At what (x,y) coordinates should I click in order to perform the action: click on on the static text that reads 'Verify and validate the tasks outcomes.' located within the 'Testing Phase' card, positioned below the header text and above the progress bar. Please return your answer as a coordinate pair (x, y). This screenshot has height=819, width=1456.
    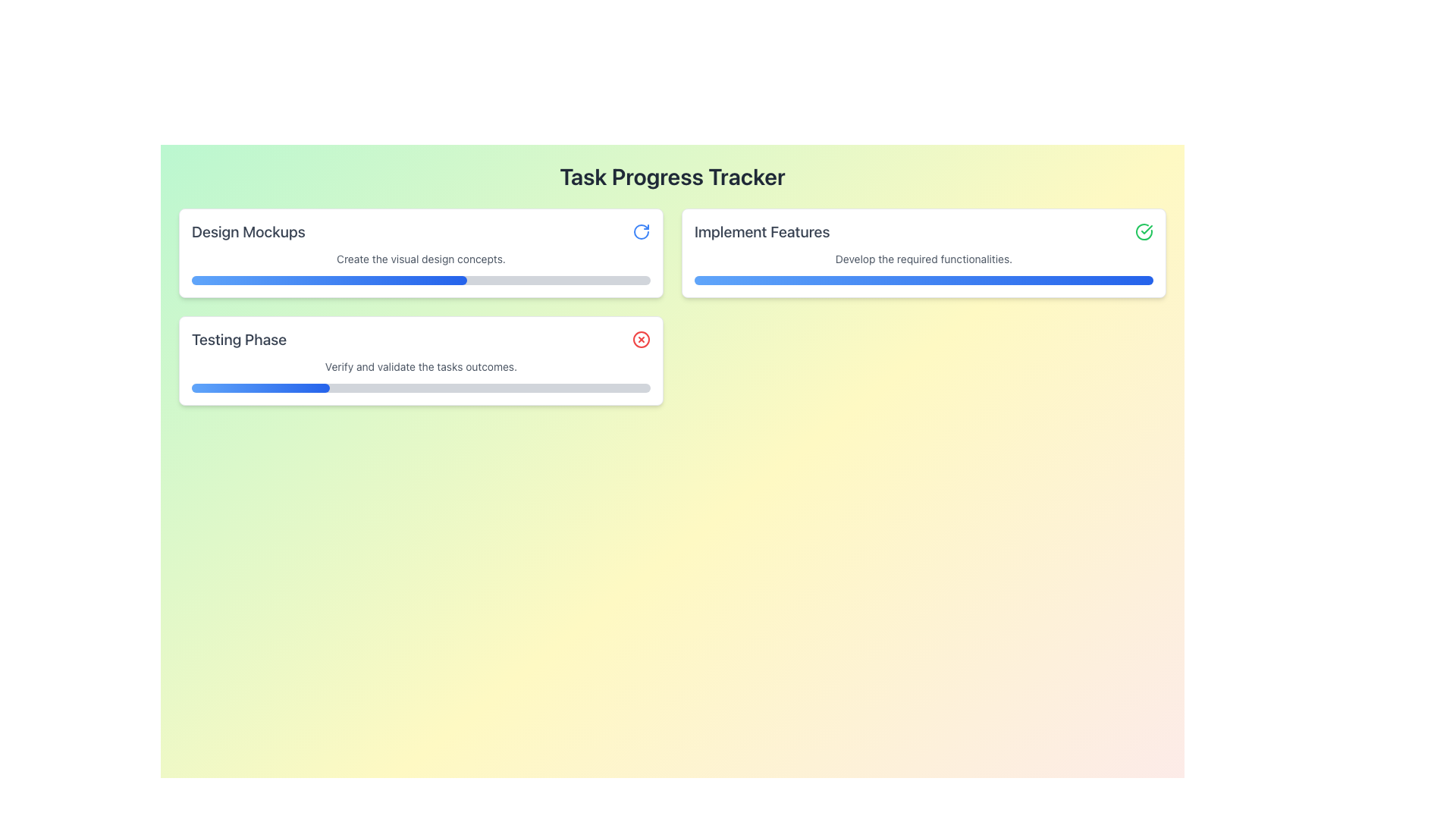
    Looking at the image, I should click on (421, 366).